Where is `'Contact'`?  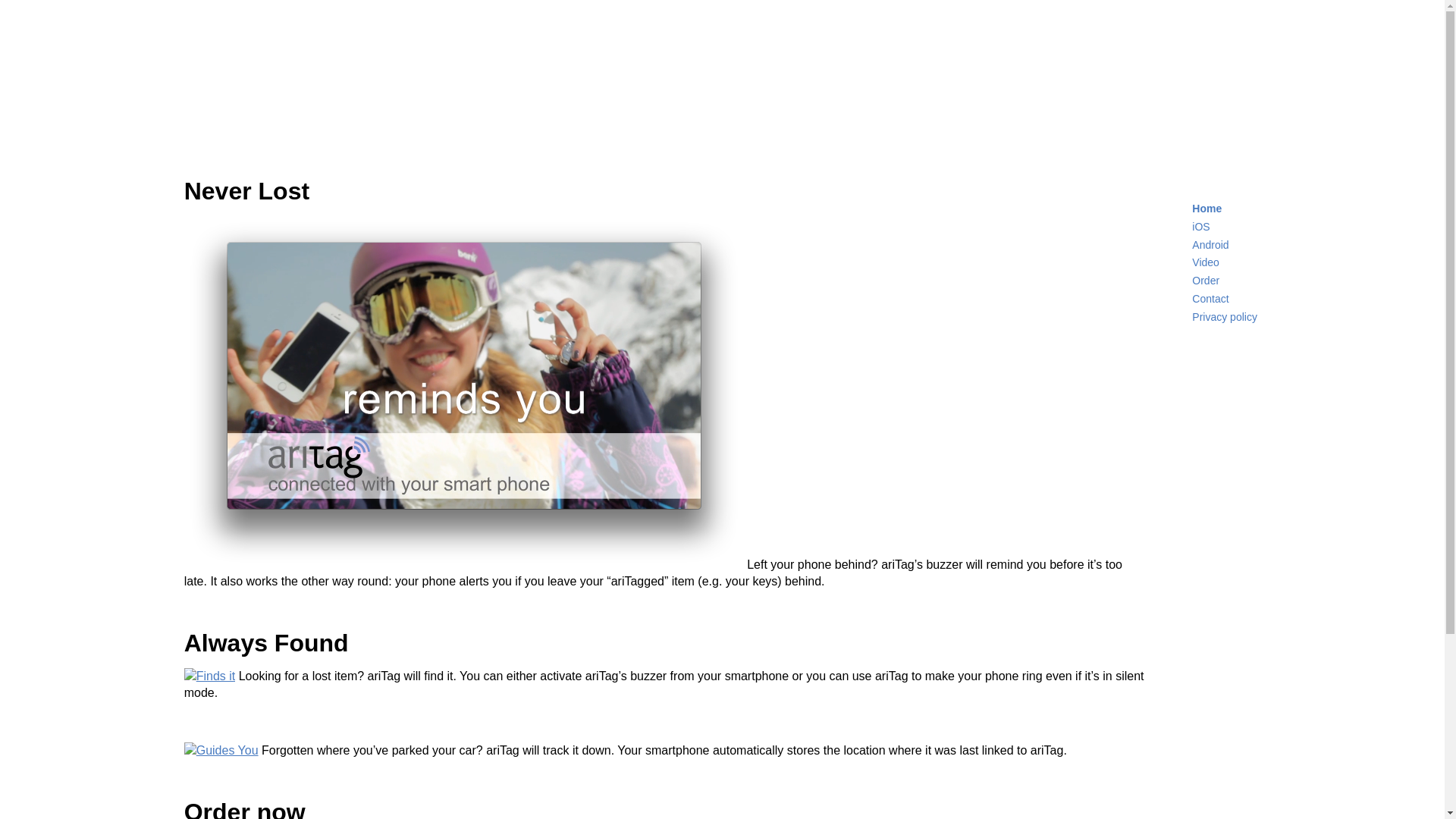 'Contact' is located at coordinates (1210, 298).